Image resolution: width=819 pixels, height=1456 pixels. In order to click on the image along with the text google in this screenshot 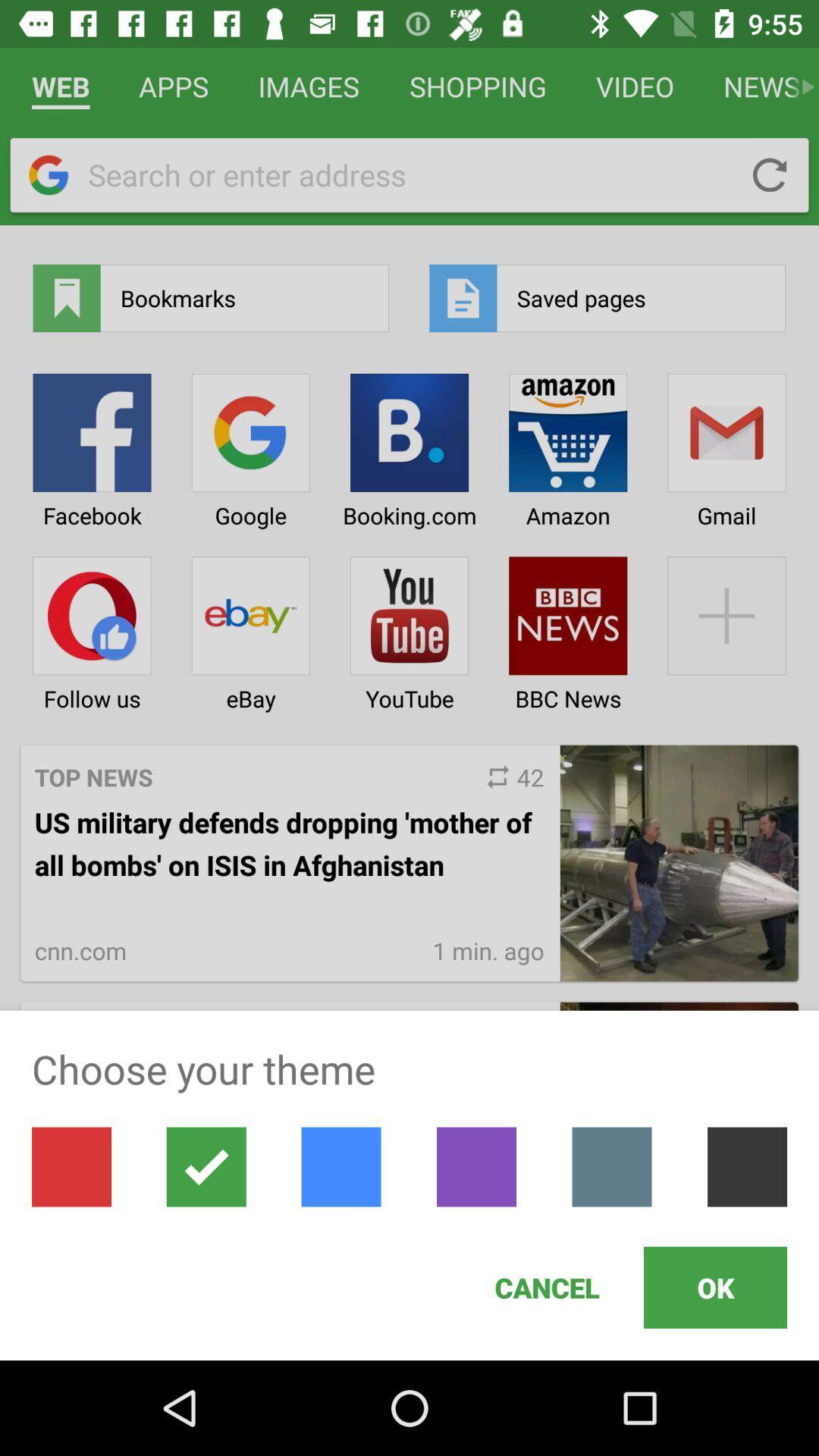, I will do `click(250, 444)`.